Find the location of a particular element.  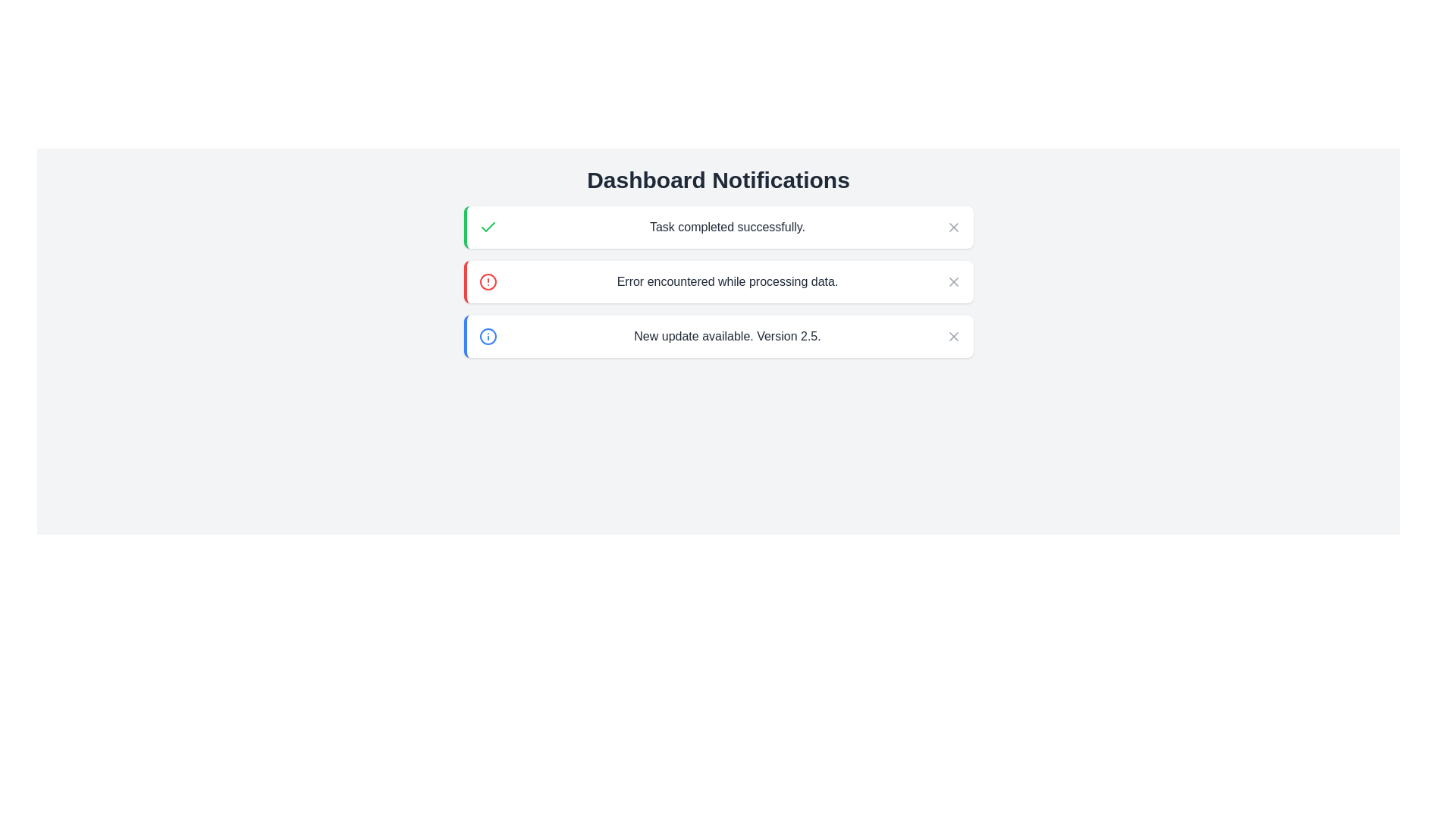

the 'X' button, styled with a gray color that turns red on hover, located on the right side of the 'Task completed successfully.' notification panel via keyboard navigation is located at coordinates (952, 227).